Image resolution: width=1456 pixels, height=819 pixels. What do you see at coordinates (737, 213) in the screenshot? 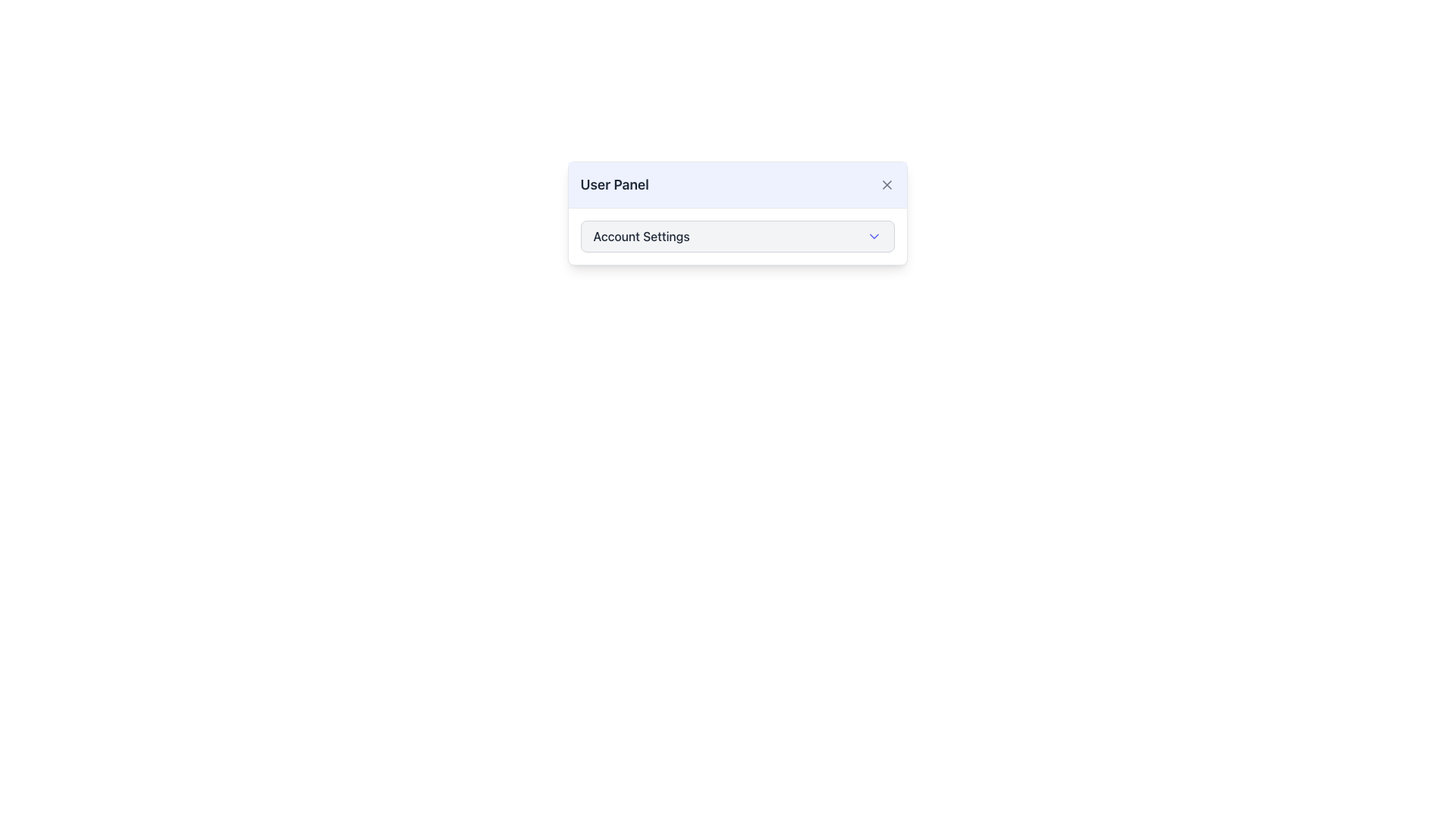
I see `the Dropdown menu located in the user settings panel` at bounding box center [737, 213].